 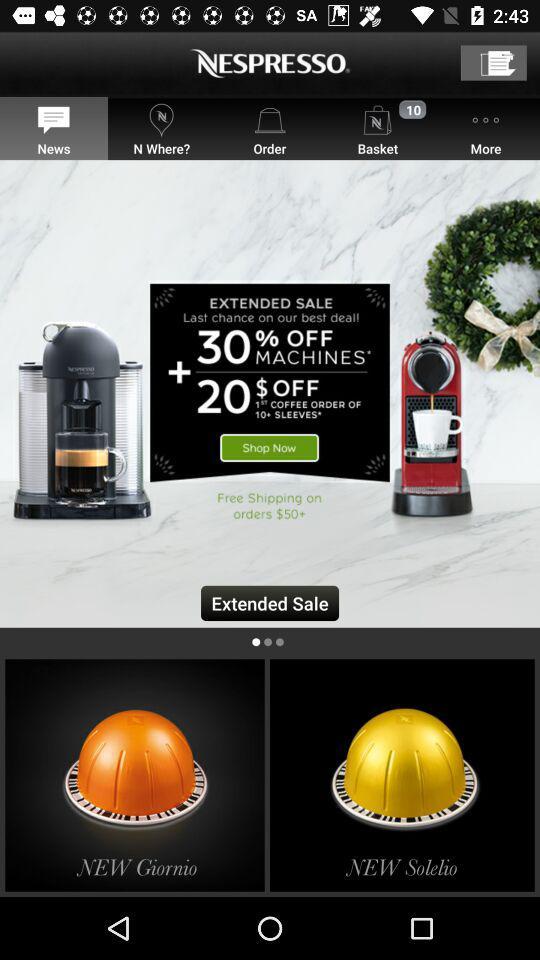 What do you see at coordinates (492, 62) in the screenshot?
I see `on notes icon` at bounding box center [492, 62].